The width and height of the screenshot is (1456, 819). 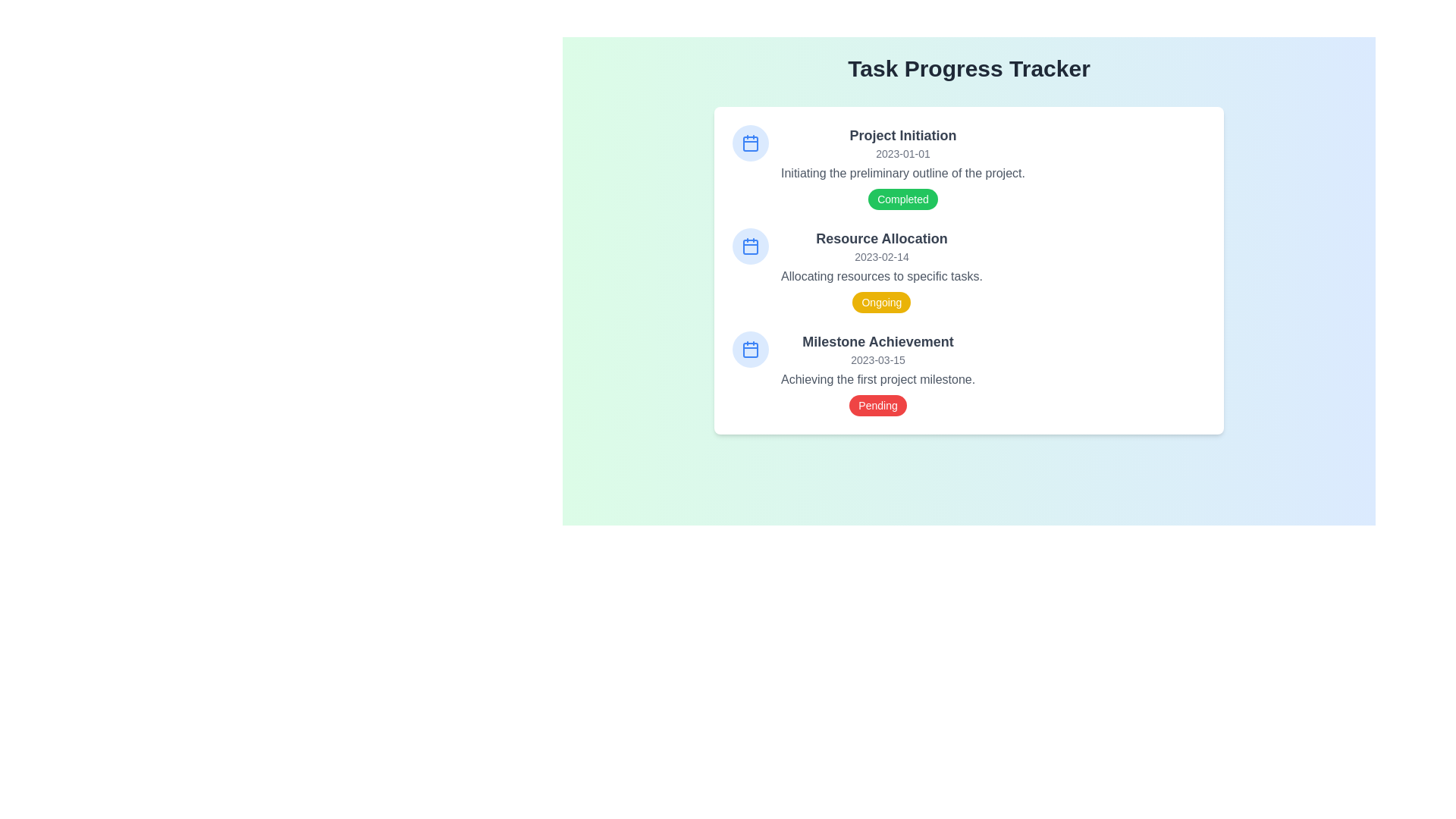 I want to click on the static text element displaying 'Resource Allocation', which is styled as a section or list heading in bold, dark gray font, located in the second row of a vertical task list, so click(x=881, y=239).